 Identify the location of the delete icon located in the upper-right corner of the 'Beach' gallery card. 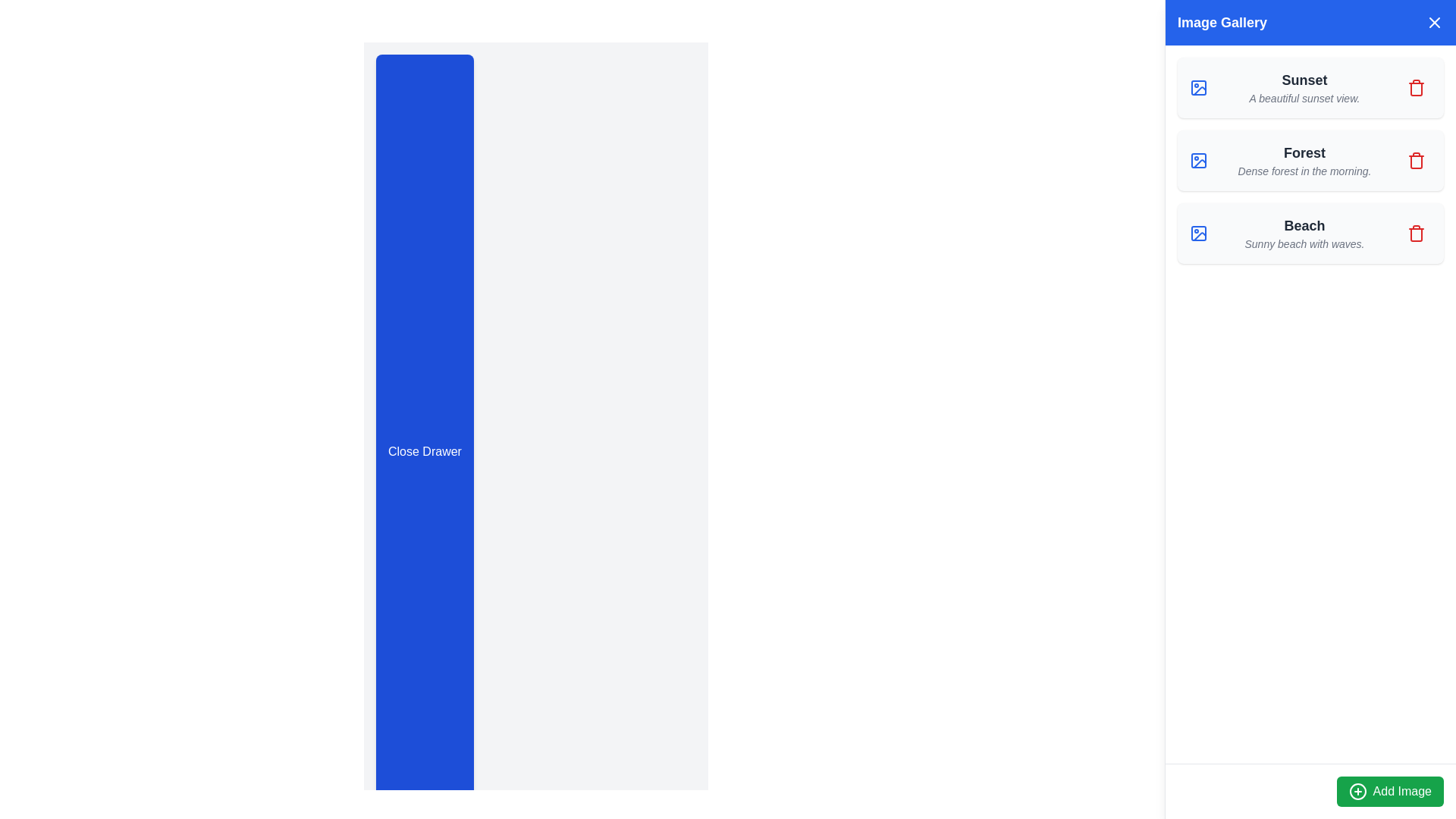
(1415, 234).